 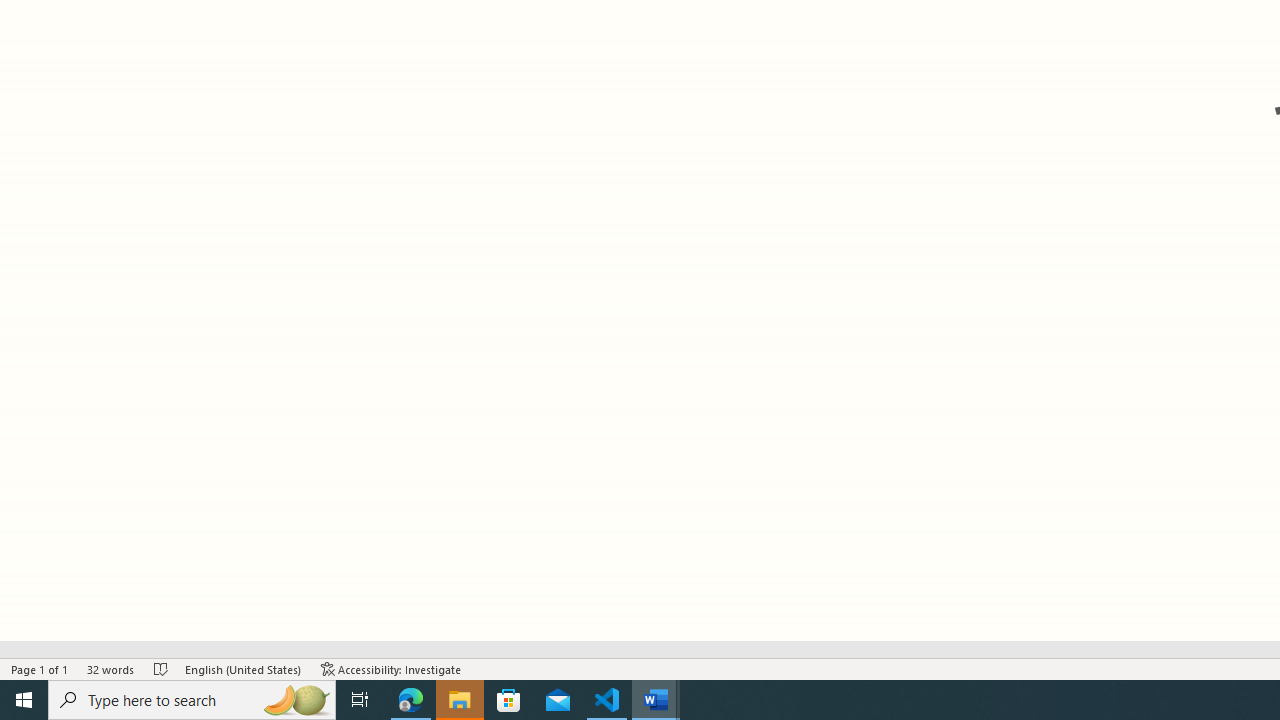 What do you see at coordinates (161, 669) in the screenshot?
I see `'Spelling and Grammar Check No Errors'` at bounding box center [161, 669].